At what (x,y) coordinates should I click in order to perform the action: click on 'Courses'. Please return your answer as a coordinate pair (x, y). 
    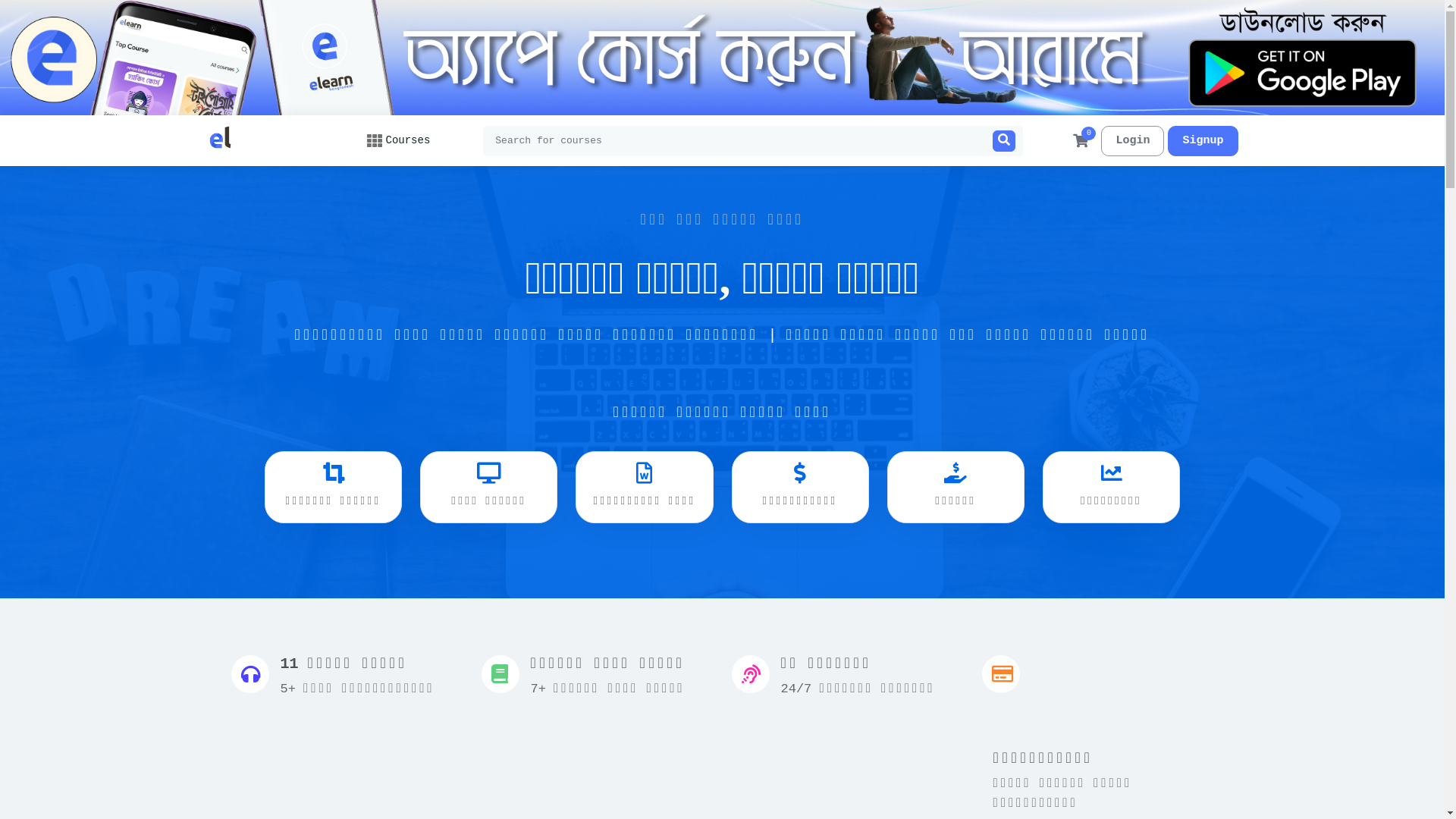
    Looking at the image, I should click on (367, 140).